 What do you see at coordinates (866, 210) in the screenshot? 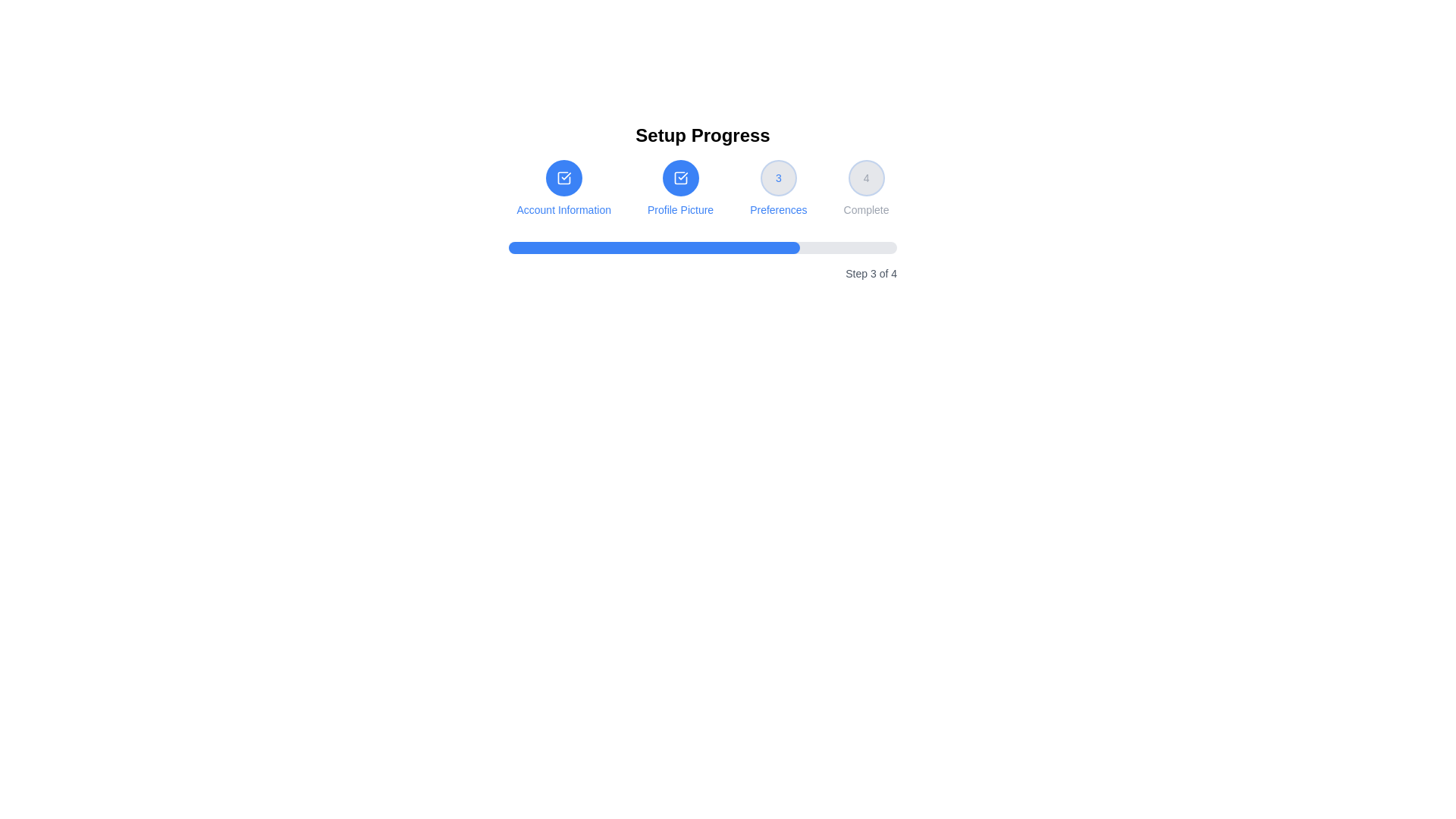
I see `the text label displaying 'Complete' which is located below the circular icon with the number '4' in the progress tracker` at bounding box center [866, 210].